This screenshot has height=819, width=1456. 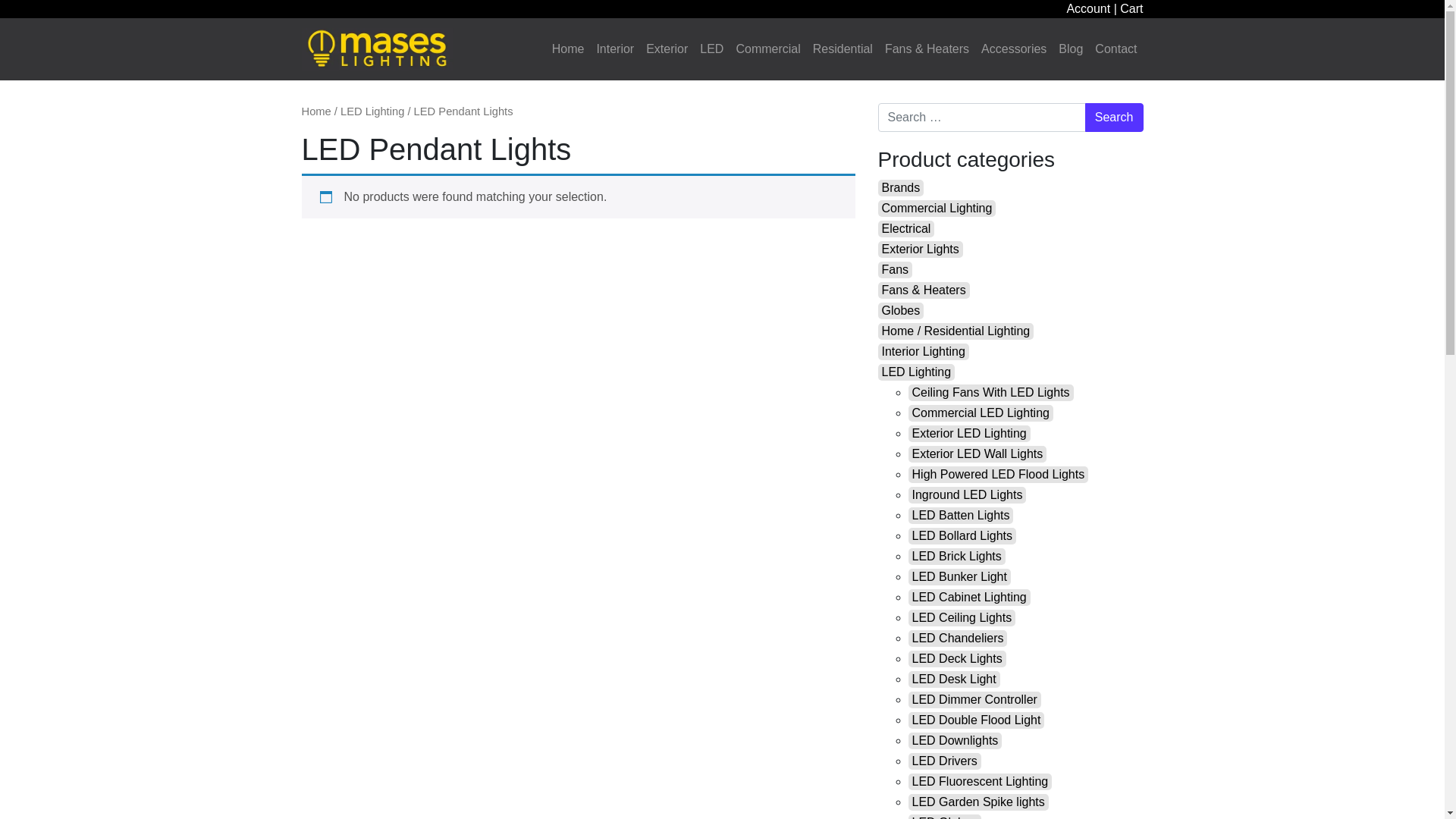 I want to click on 'Exterior LED Lighting', so click(x=968, y=433).